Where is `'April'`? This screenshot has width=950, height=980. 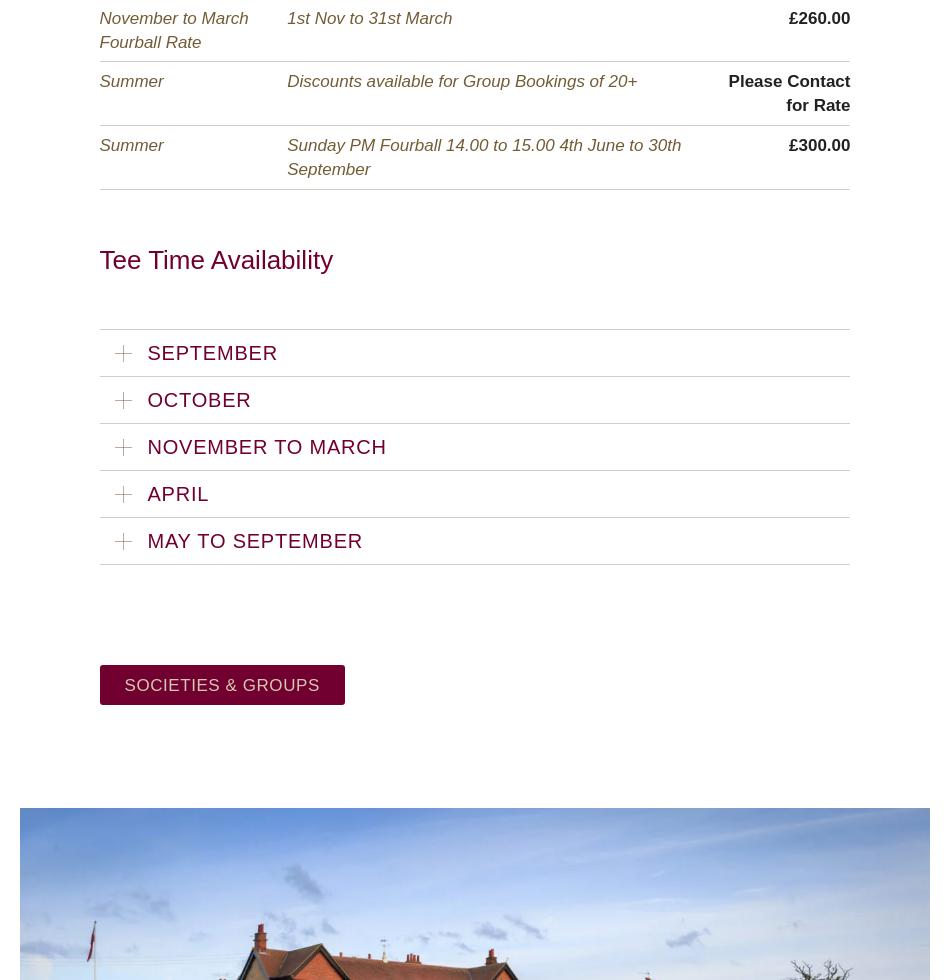 'April' is located at coordinates (146, 494).